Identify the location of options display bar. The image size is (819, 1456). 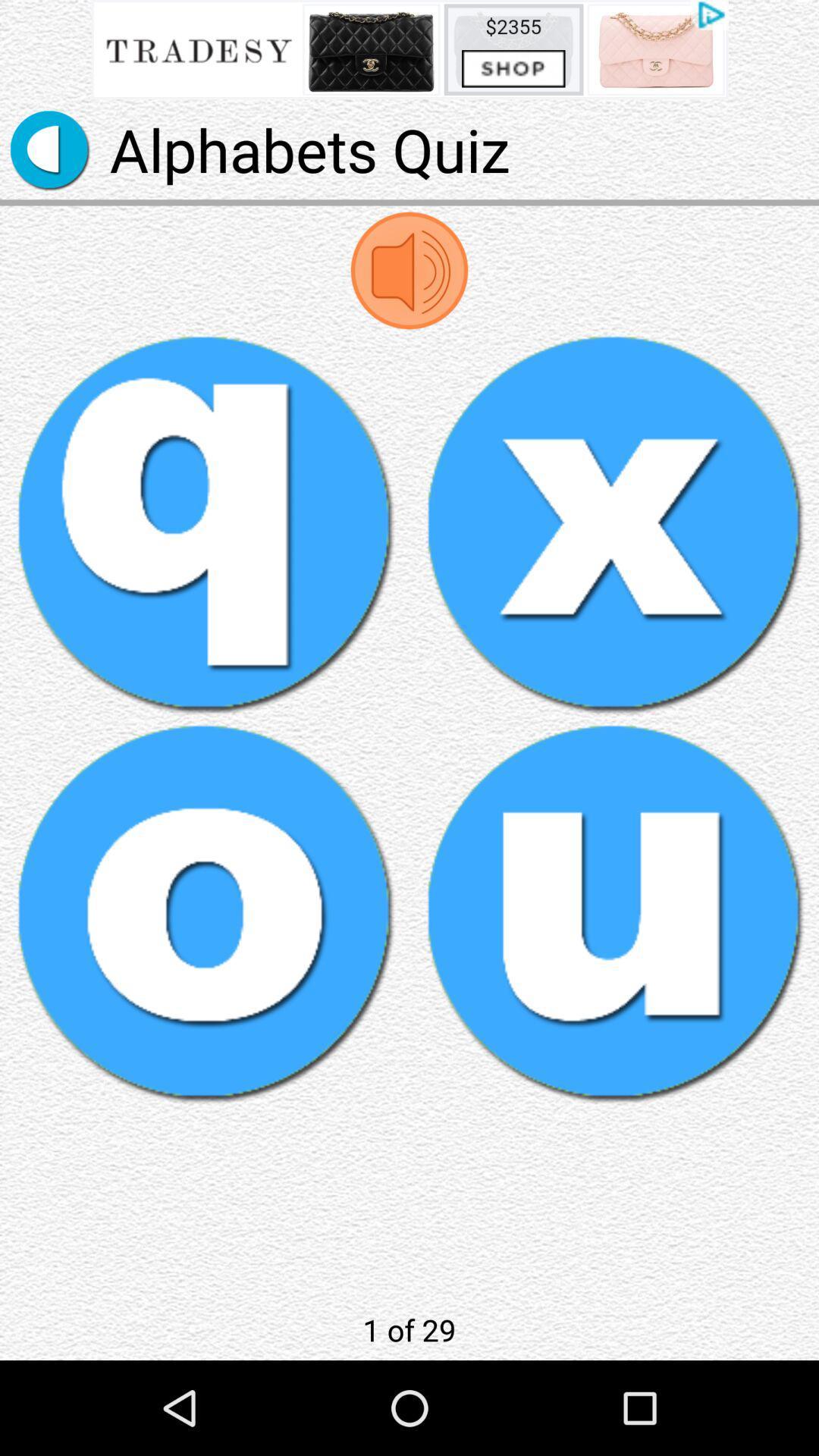
(409, 49).